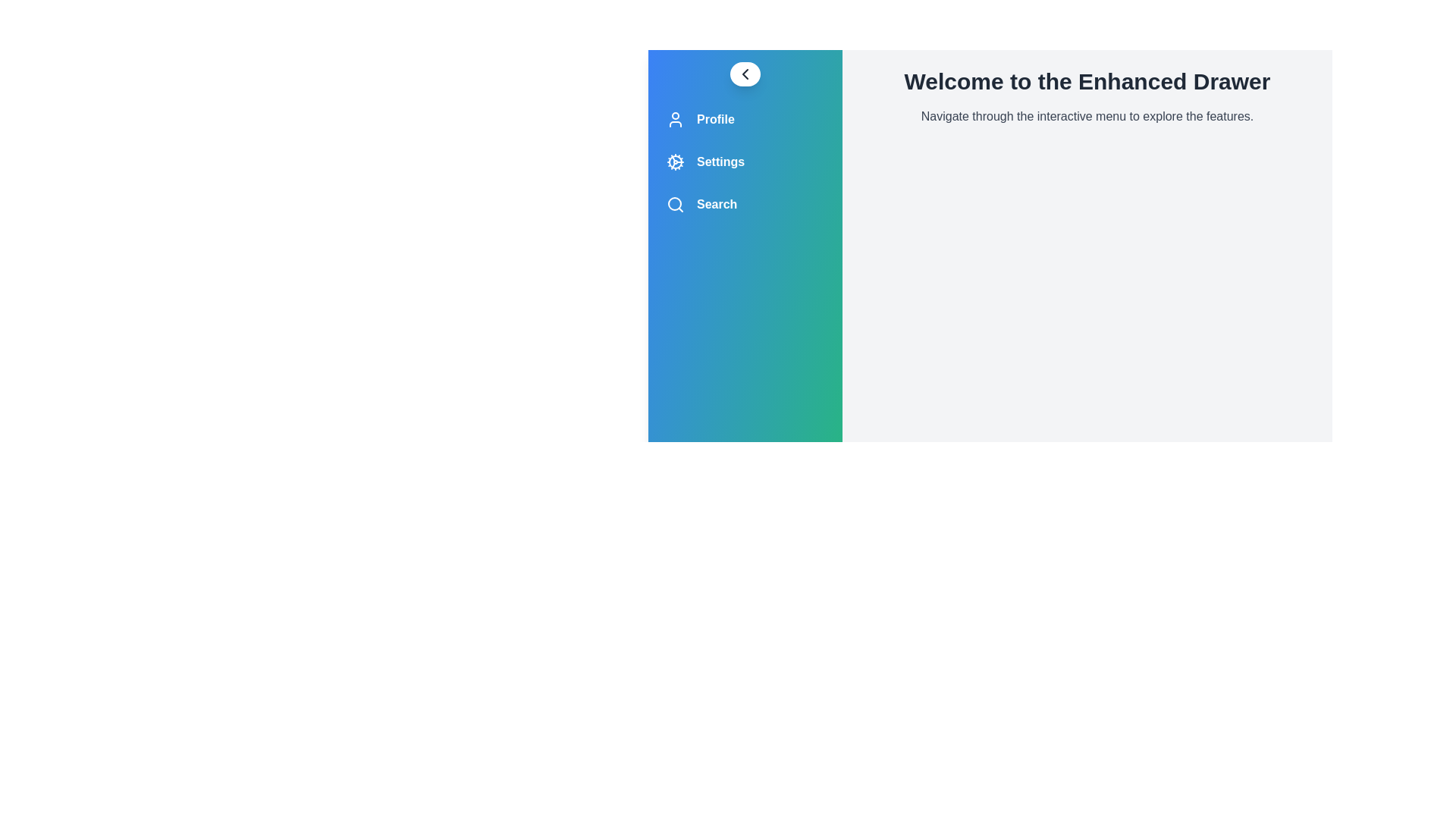 The image size is (1456, 819). I want to click on the 'Profile' menu item in the drawer, so click(745, 119).